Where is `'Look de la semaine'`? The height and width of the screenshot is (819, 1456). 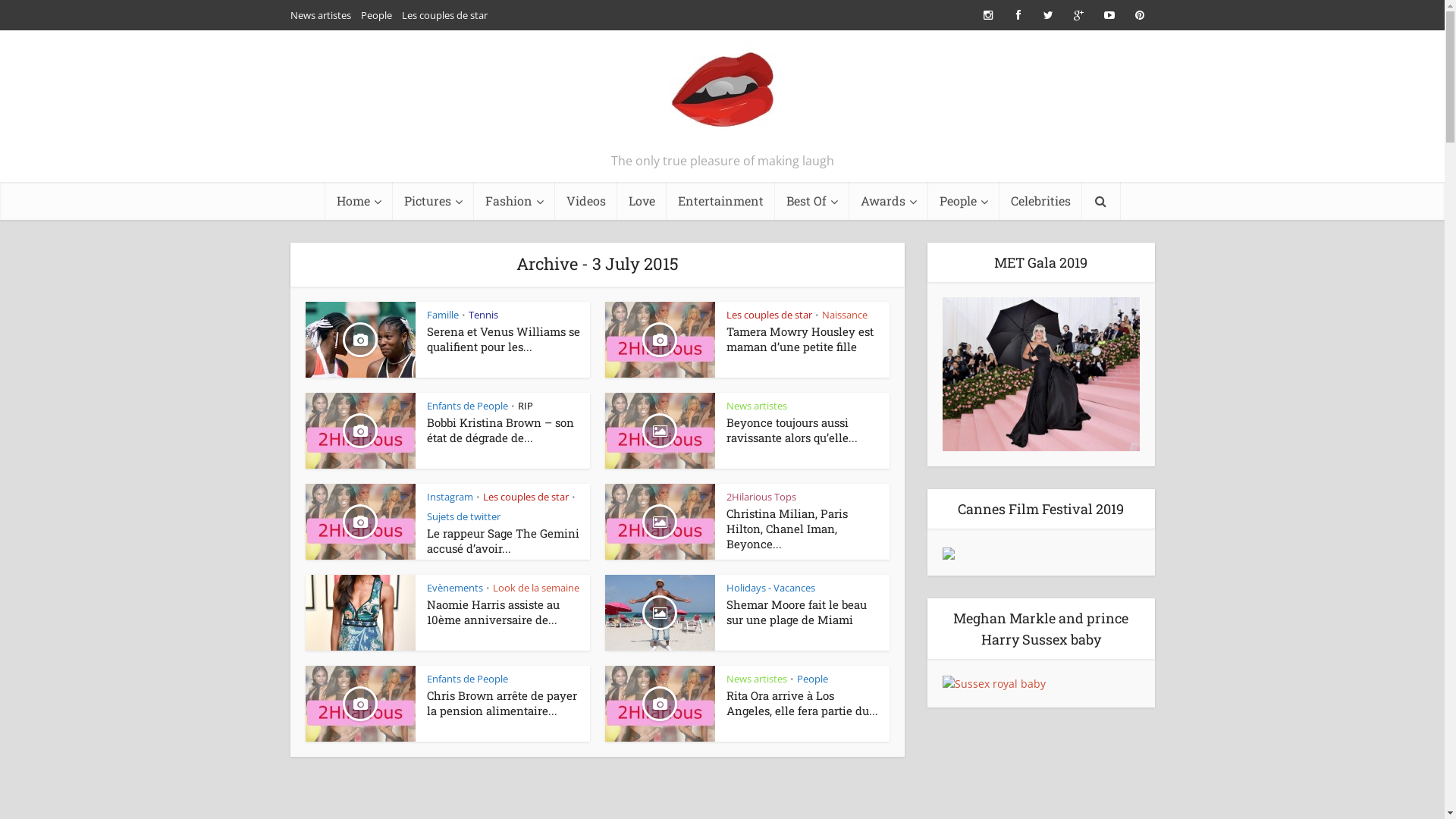
'Look de la semaine' is located at coordinates (535, 587).